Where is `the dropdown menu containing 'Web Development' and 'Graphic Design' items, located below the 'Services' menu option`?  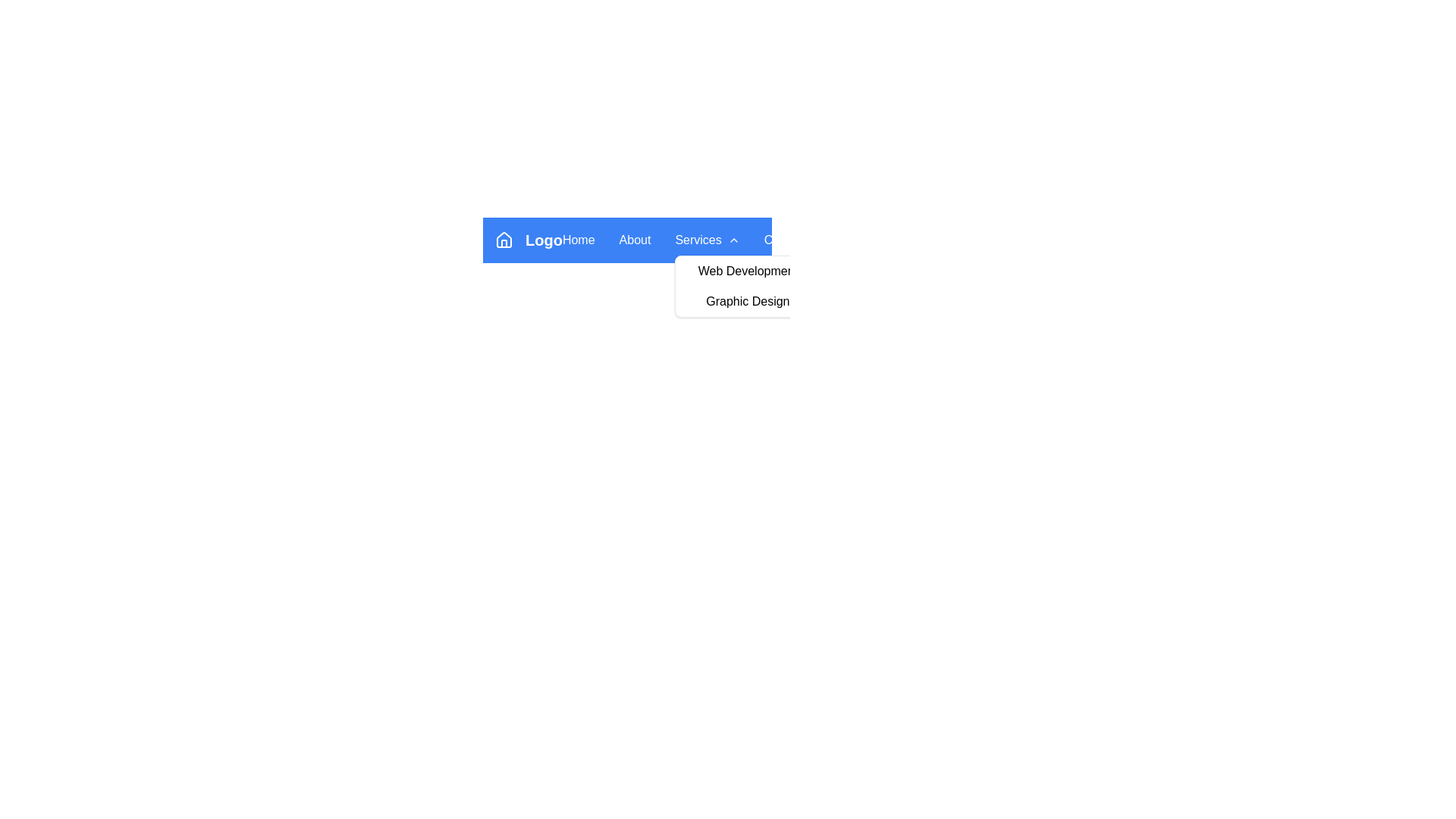 the dropdown menu containing 'Web Development' and 'Graphic Design' items, located below the 'Services' menu option is located at coordinates (748, 287).